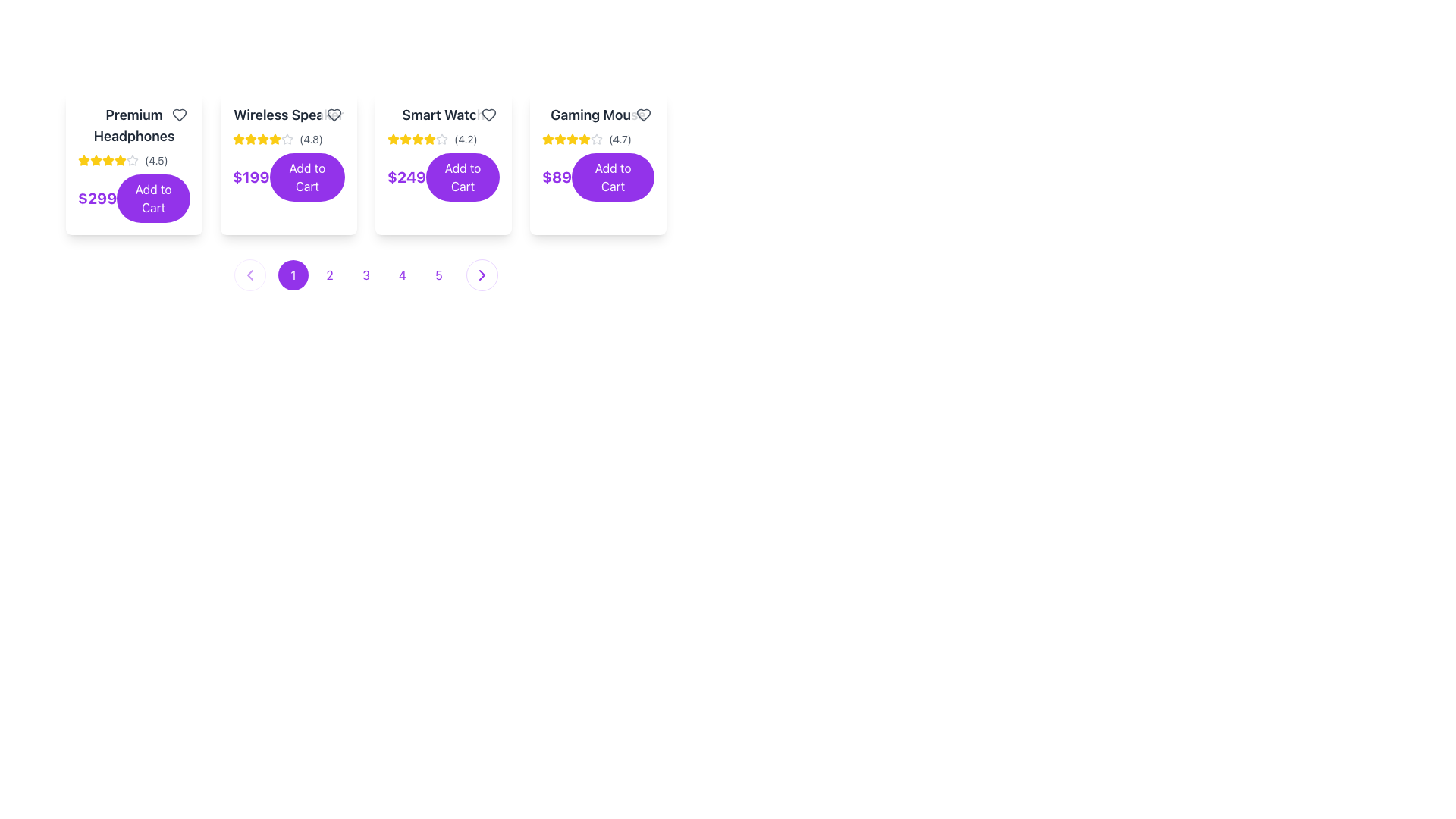 The width and height of the screenshot is (1456, 819). I want to click on the gray star-shaped icon representing an unselected rating option for the Wireless Speaker product, positioned above the price and below the product name, so click(287, 139).